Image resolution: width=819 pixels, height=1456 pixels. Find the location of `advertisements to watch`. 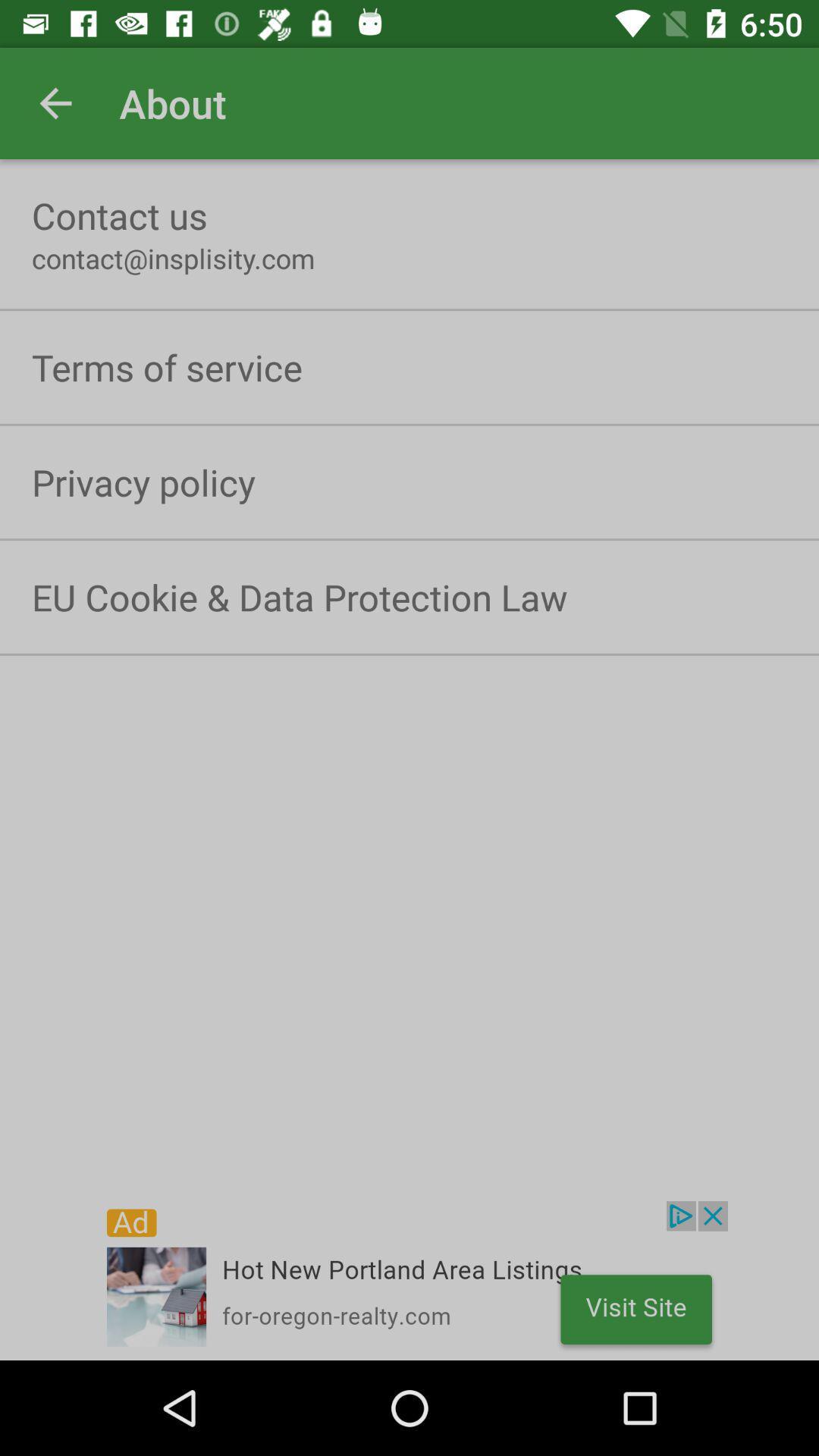

advertisements to watch is located at coordinates (409, 1280).